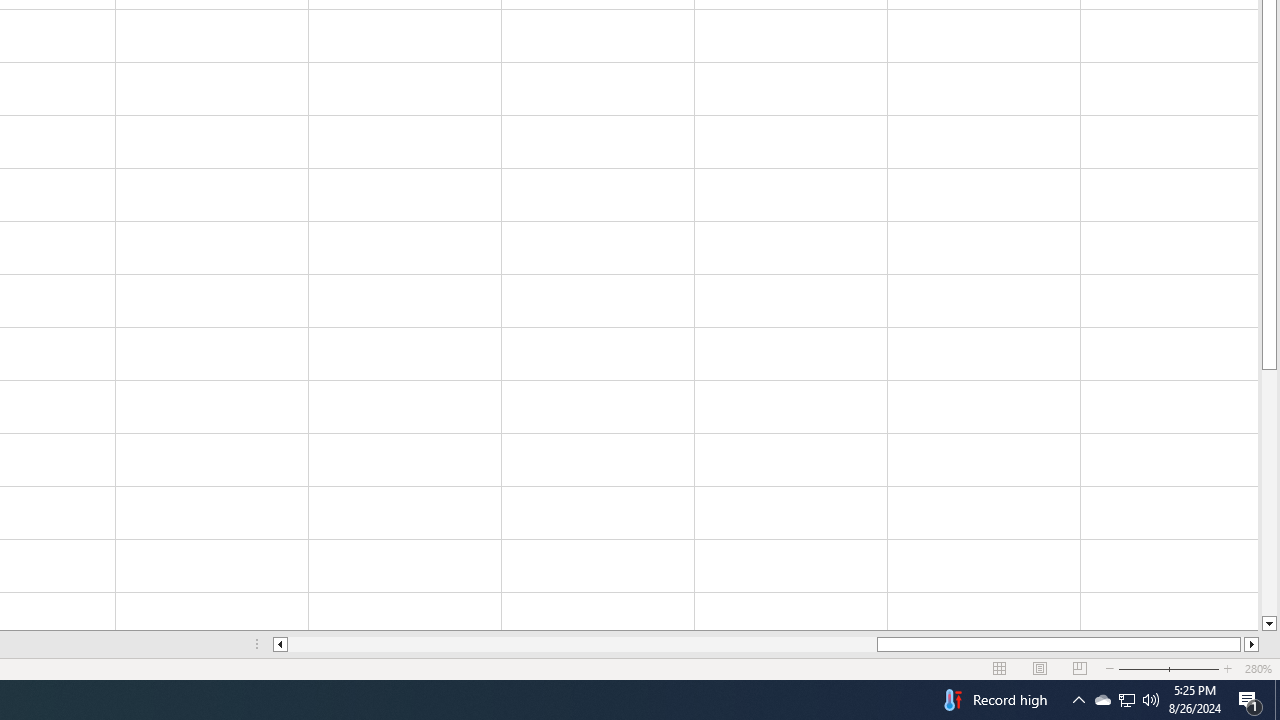  Describe the element at coordinates (1268, 623) in the screenshot. I see `'Line down'` at that location.